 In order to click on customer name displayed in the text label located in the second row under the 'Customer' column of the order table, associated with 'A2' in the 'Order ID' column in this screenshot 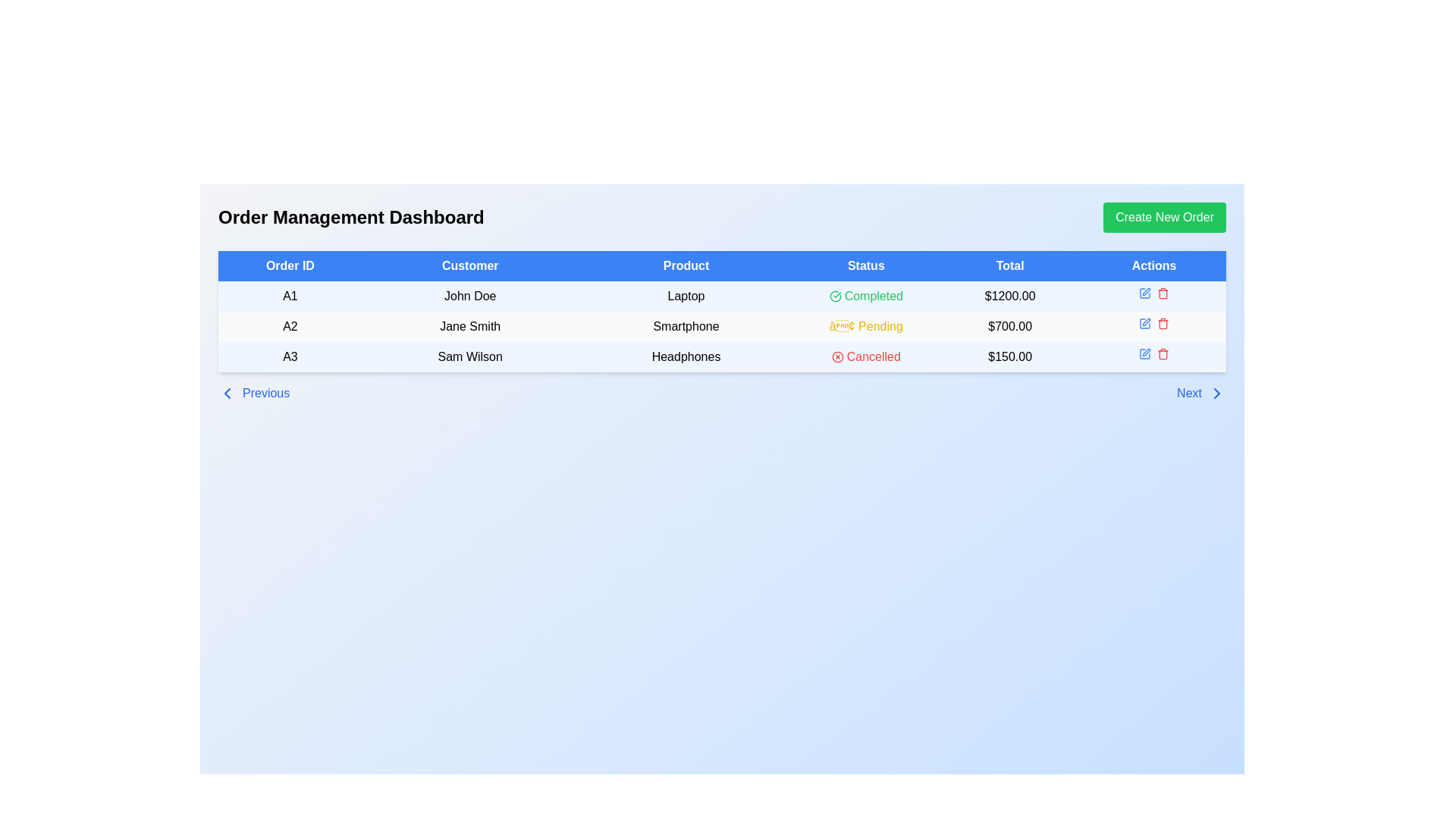, I will do `click(469, 326)`.